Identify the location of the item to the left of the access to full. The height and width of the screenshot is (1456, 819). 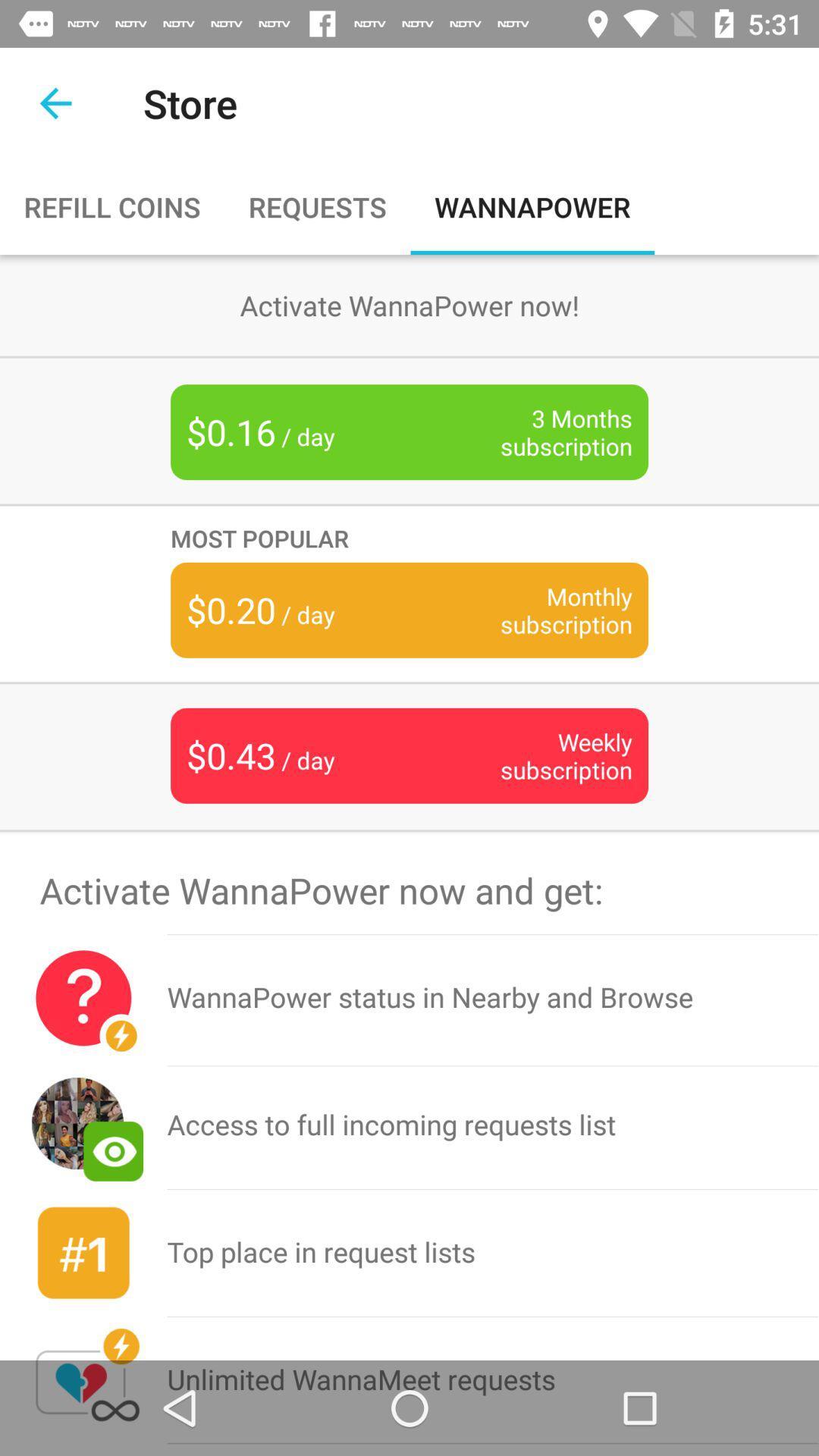
(83, 1253).